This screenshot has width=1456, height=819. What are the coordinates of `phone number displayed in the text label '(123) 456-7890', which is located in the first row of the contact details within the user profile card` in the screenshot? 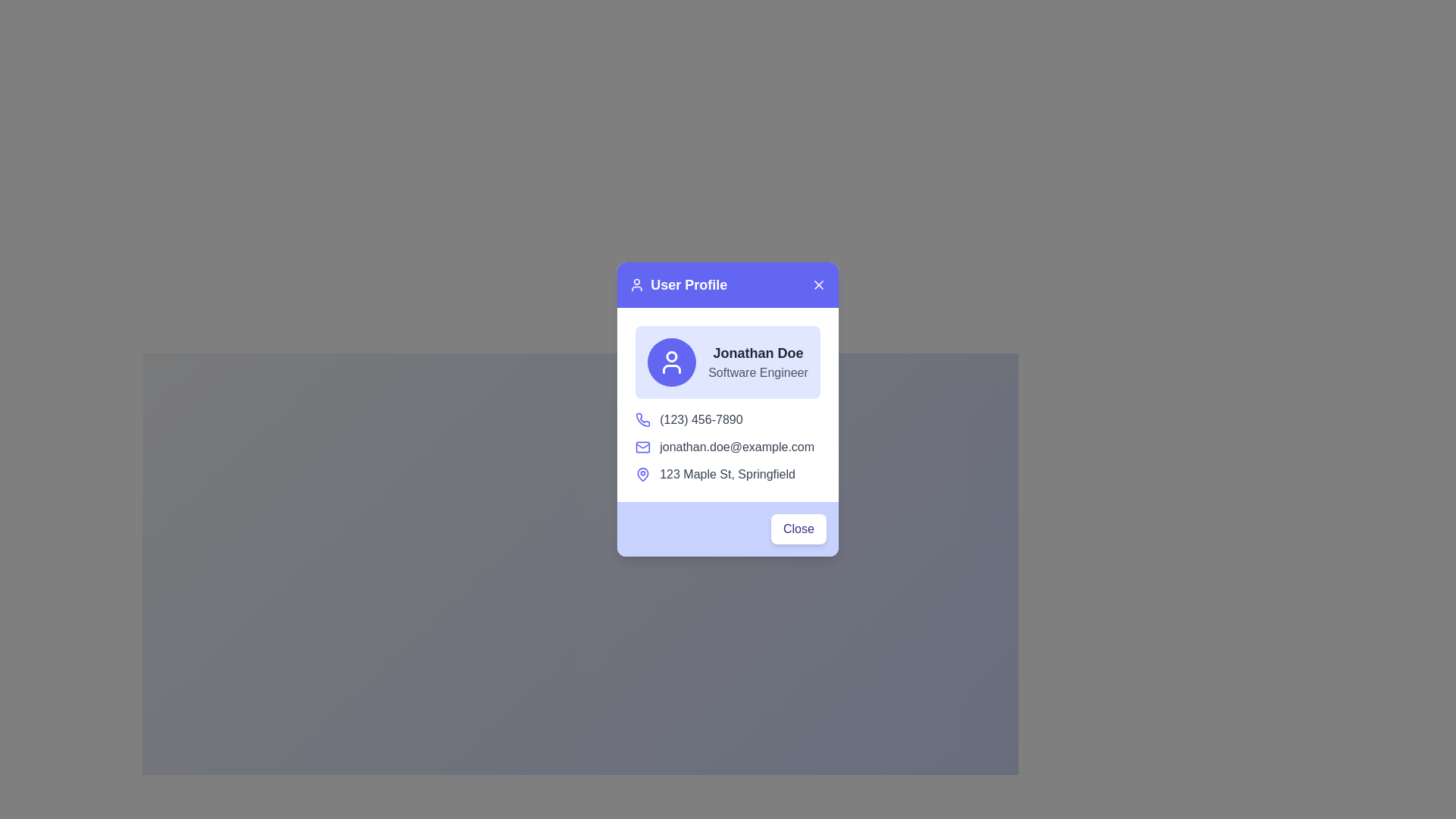 It's located at (728, 420).